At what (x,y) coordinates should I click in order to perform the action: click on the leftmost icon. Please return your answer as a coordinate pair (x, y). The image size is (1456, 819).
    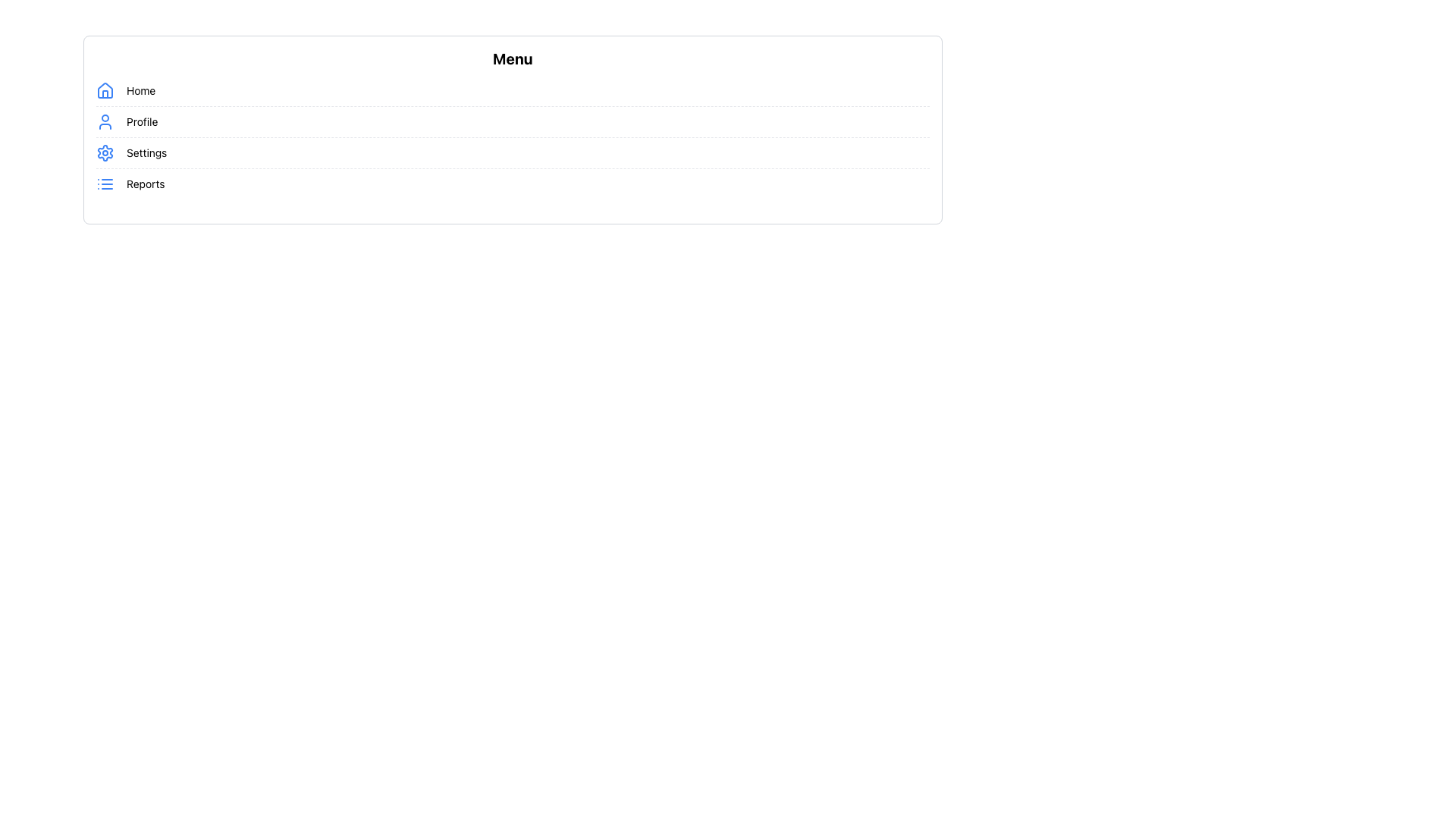
    Looking at the image, I should click on (105, 121).